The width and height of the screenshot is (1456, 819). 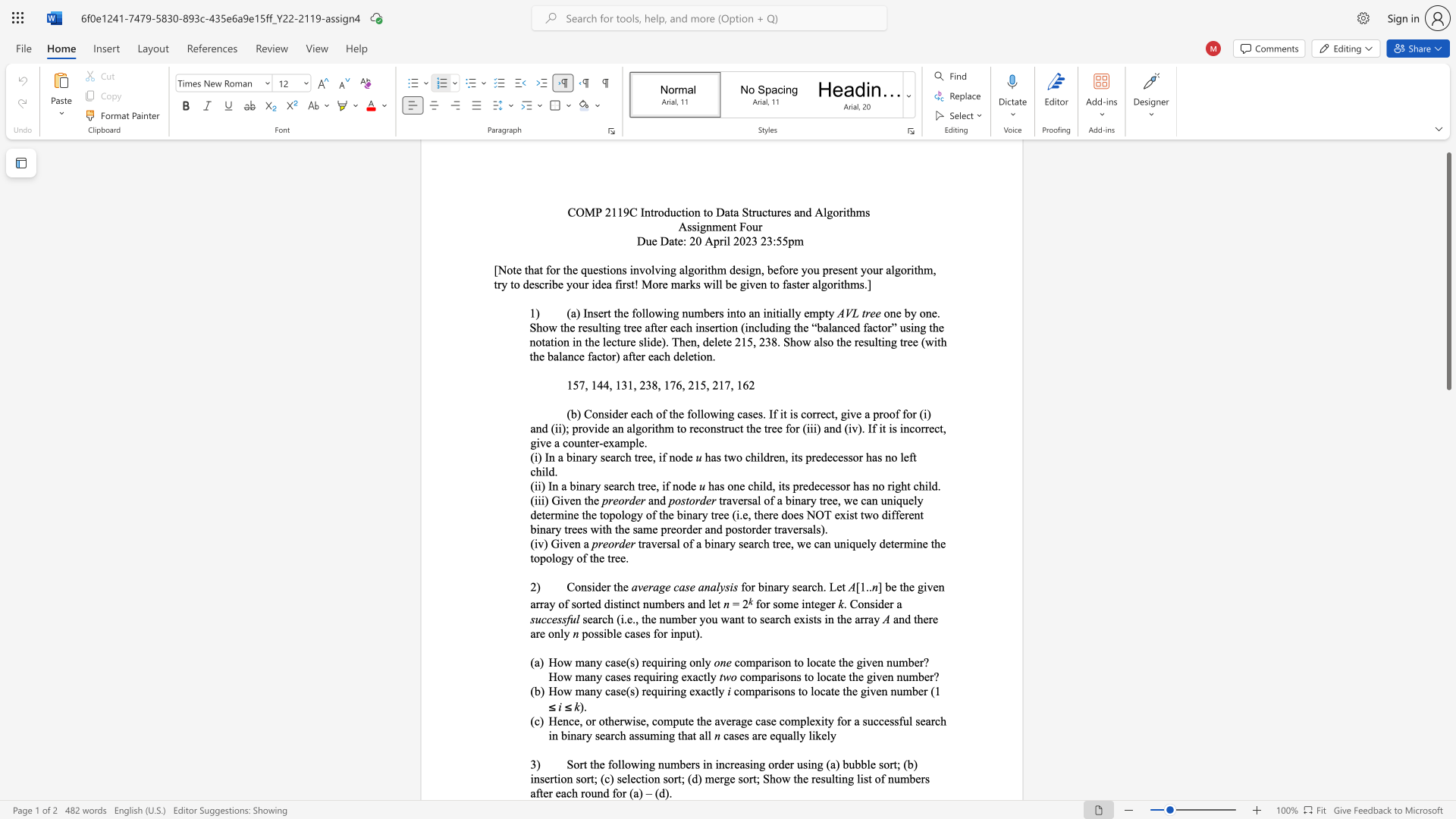 What do you see at coordinates (708, 764) in the screenshot?
I see `the 3th character "n" in the text` at bounding box center [708, 764].